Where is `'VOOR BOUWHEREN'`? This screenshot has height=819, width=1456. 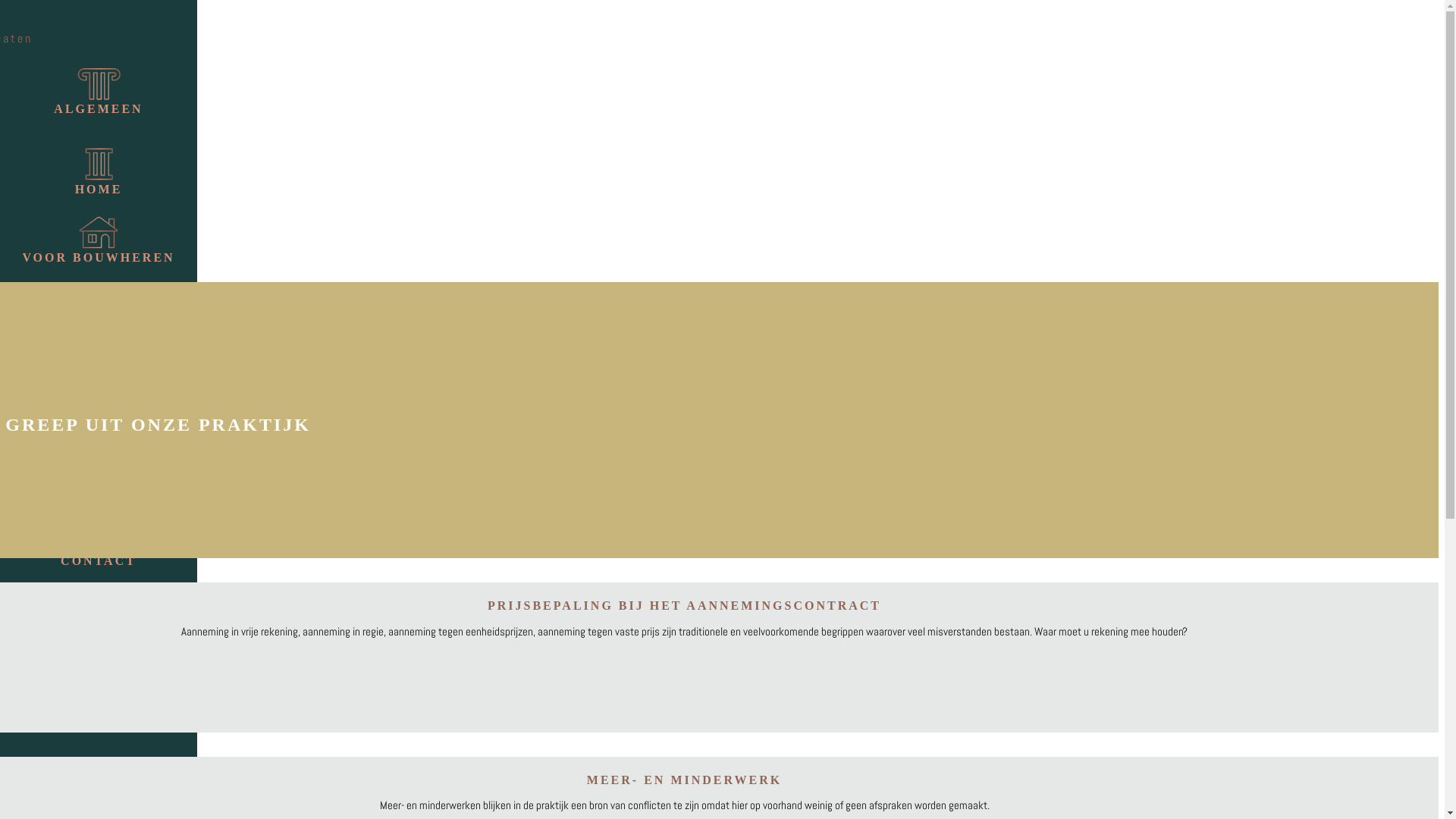
'VOOR BOUWHEREN' is located at coordinates (97, 237).